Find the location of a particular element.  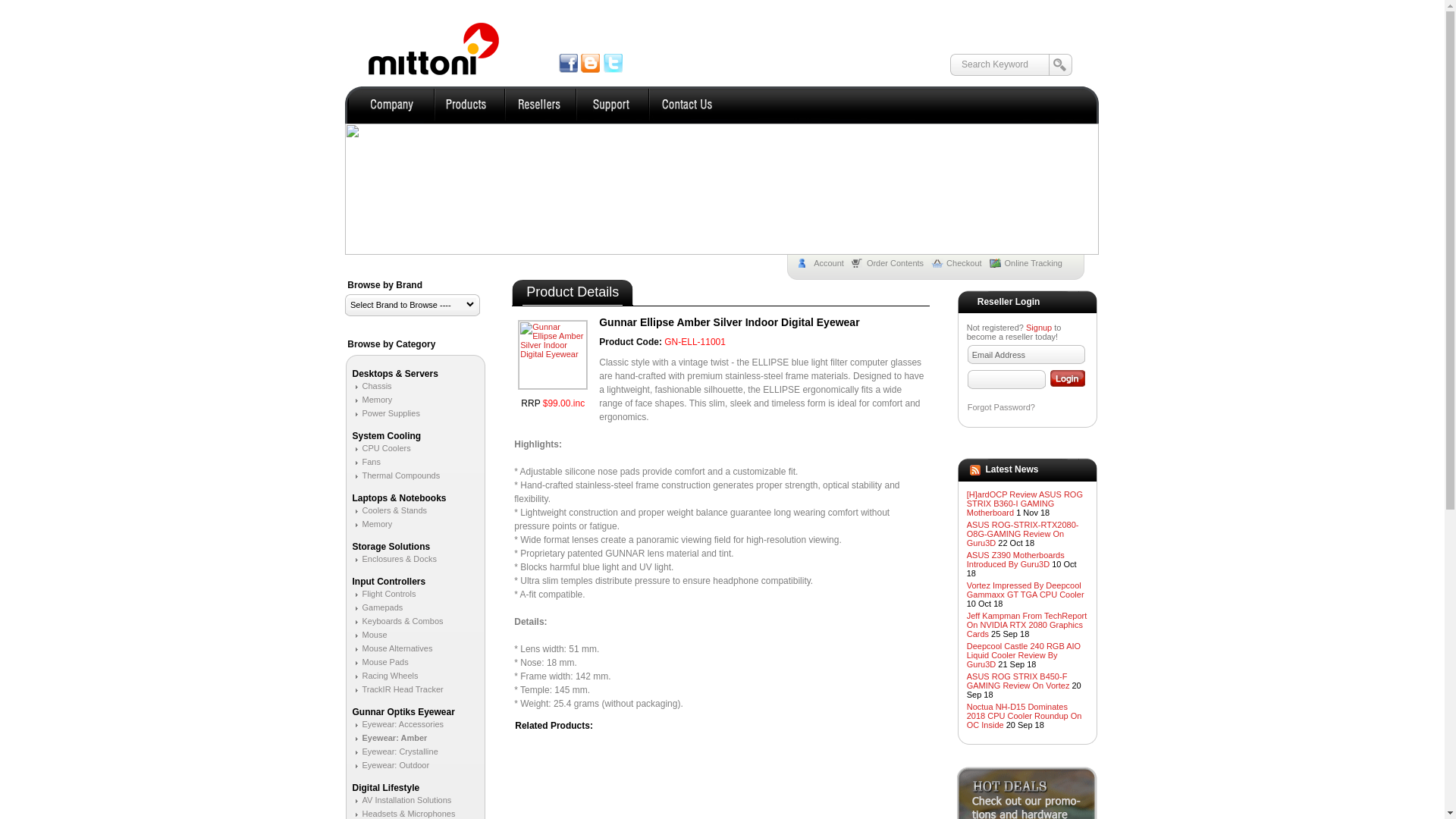

'Noctua NH-D15 Dominates 2018 CPU Cooler Roundup On OC Inside' is located at coordinates (1024, 716).